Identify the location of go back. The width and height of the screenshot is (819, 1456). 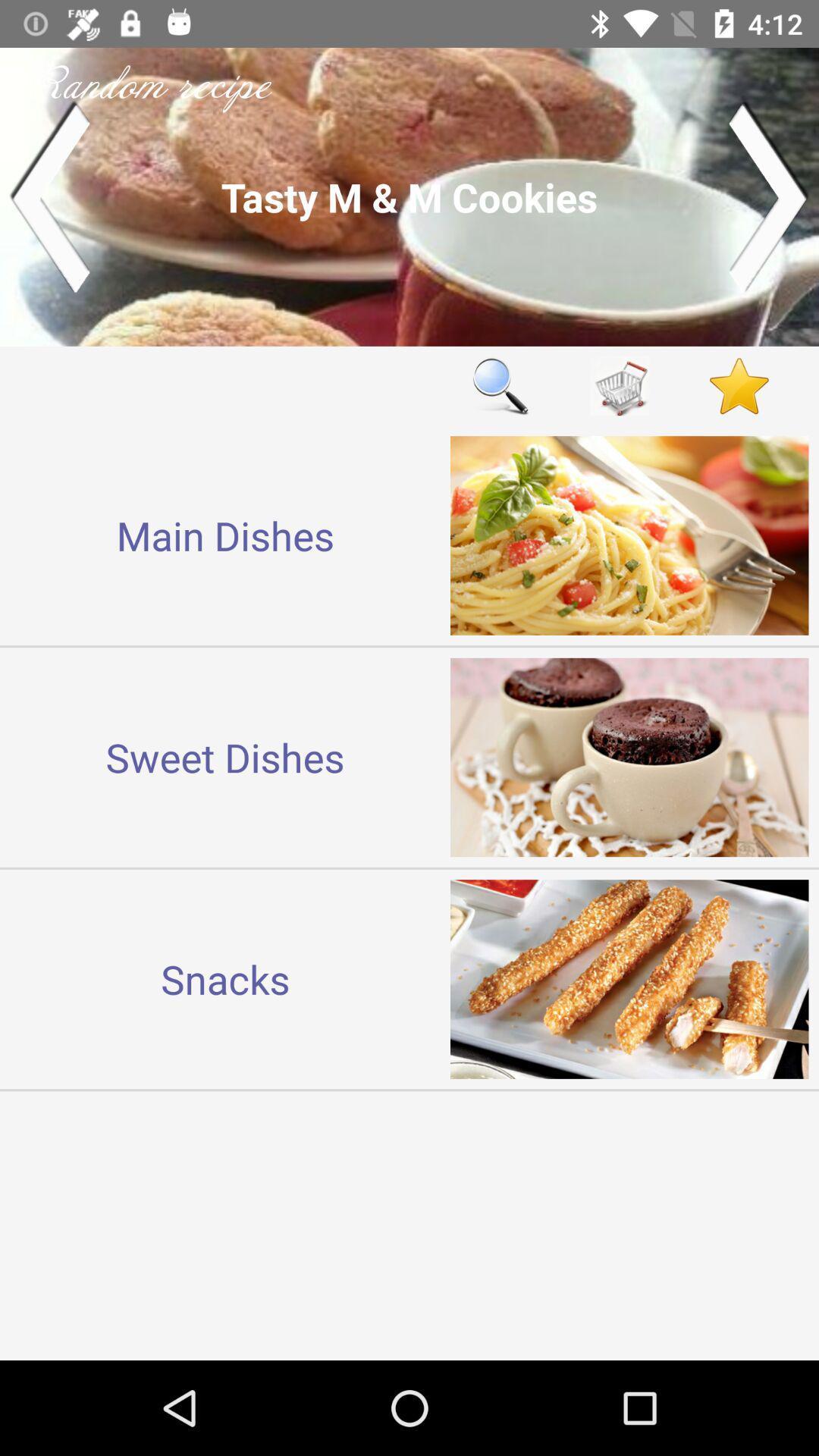
(49, 196).